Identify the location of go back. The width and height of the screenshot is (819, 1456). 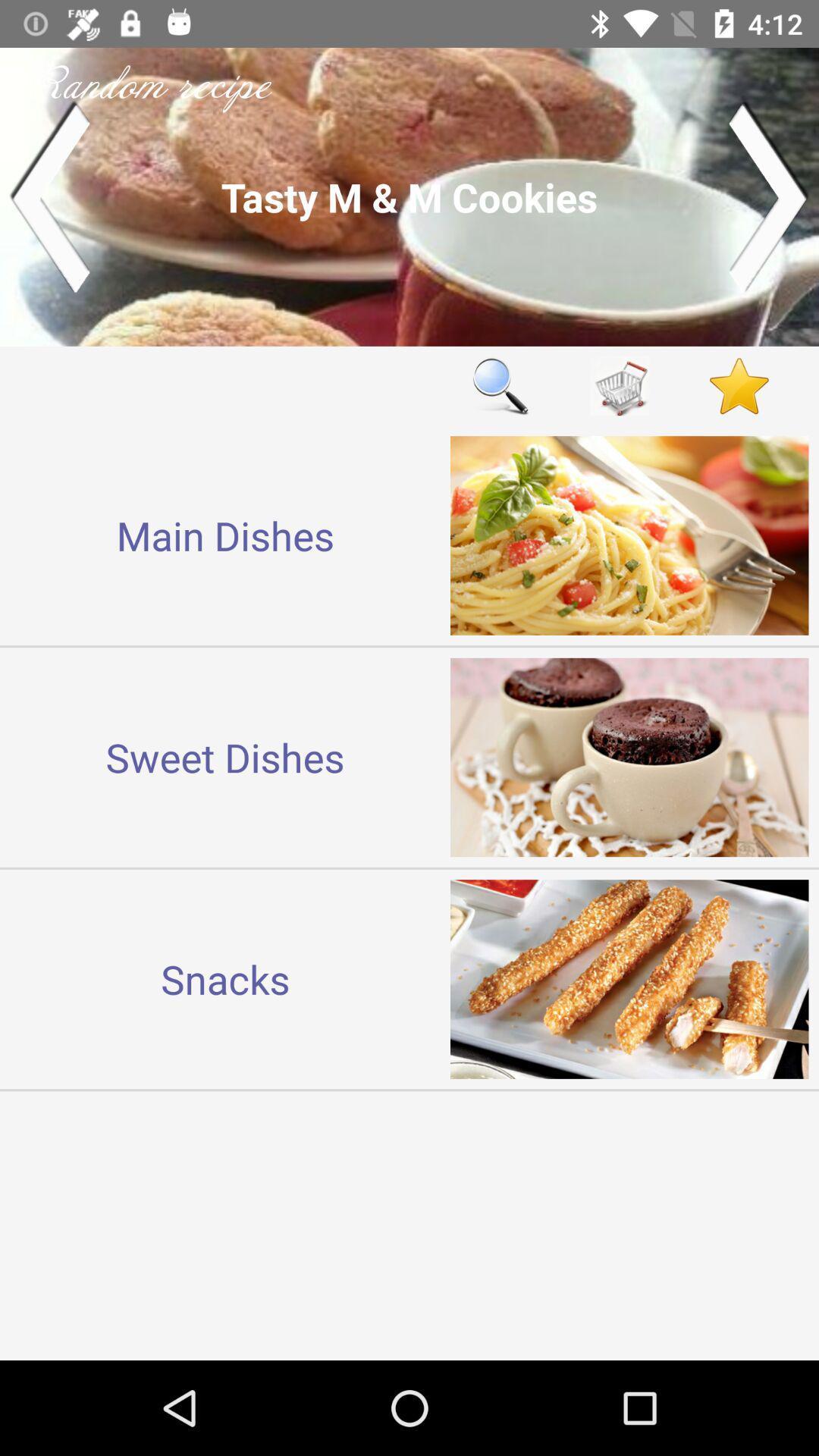
(49, 196).